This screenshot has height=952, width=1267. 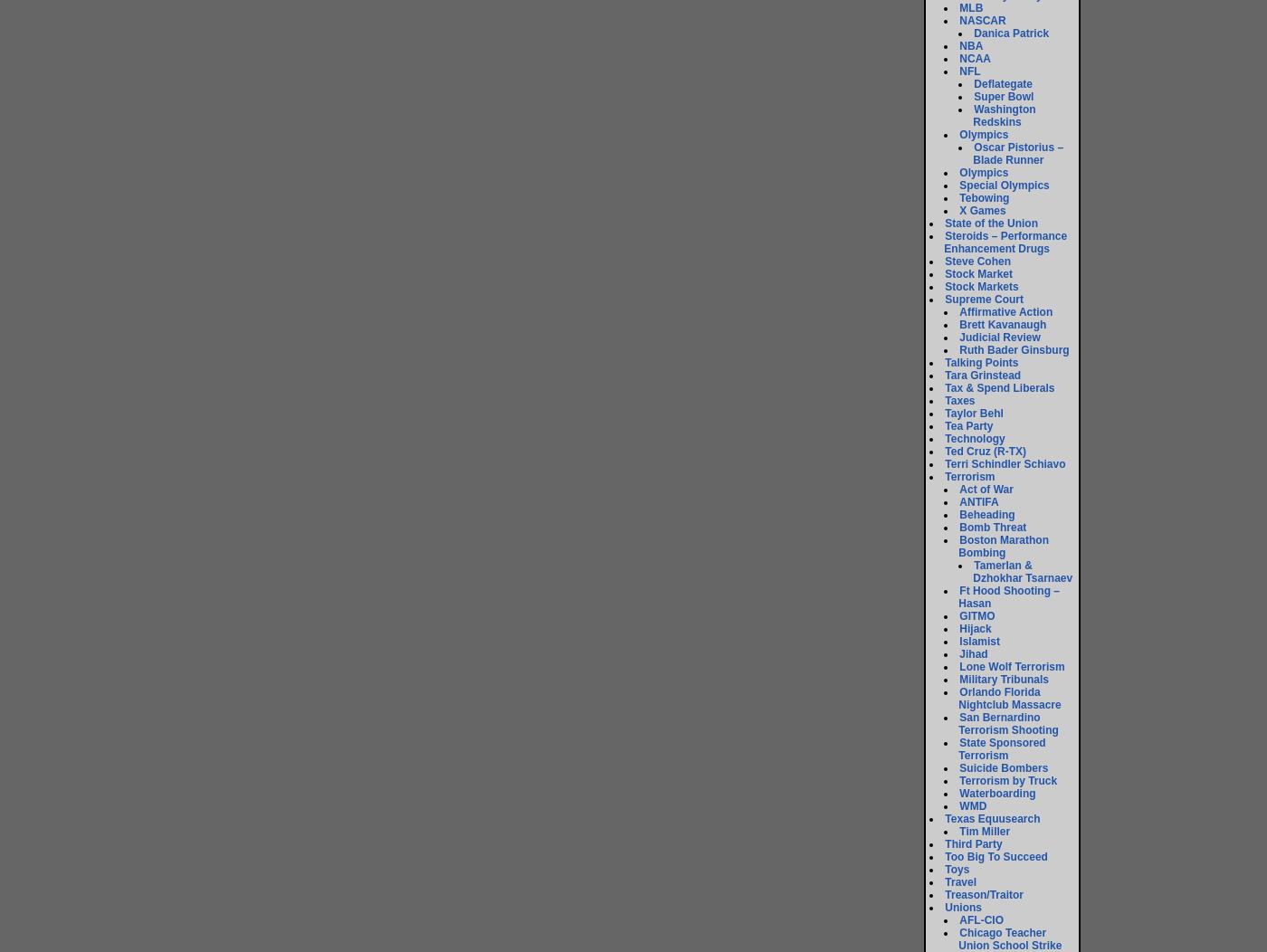 I want to click on 'Talking Points', so click(x=981, y=362).